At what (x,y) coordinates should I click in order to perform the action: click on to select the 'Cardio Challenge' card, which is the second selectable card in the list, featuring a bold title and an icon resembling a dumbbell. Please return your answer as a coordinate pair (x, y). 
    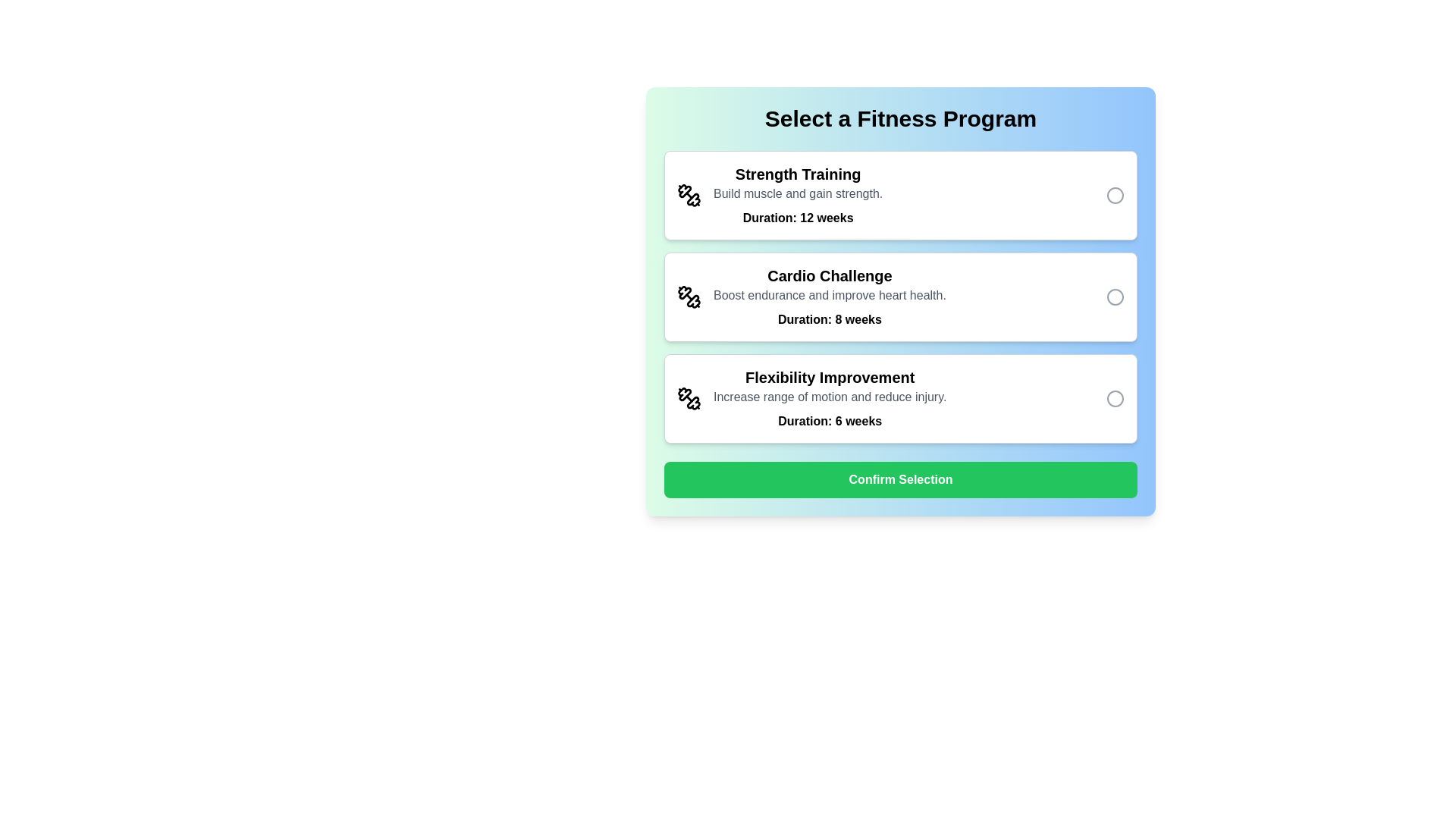
    Looking at the image, I should click on (901, 297).